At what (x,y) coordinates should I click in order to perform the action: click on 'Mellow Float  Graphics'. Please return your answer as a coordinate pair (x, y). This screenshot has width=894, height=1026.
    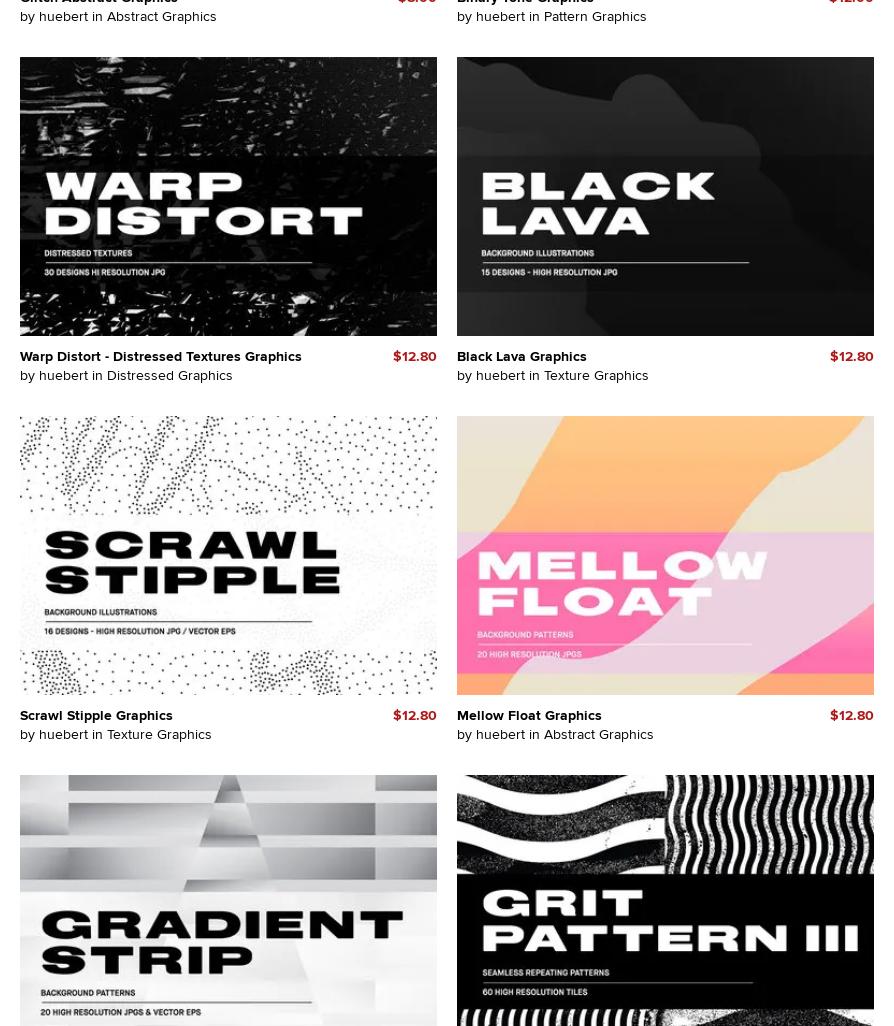
    Looking at the image, I should click on (529, 713).